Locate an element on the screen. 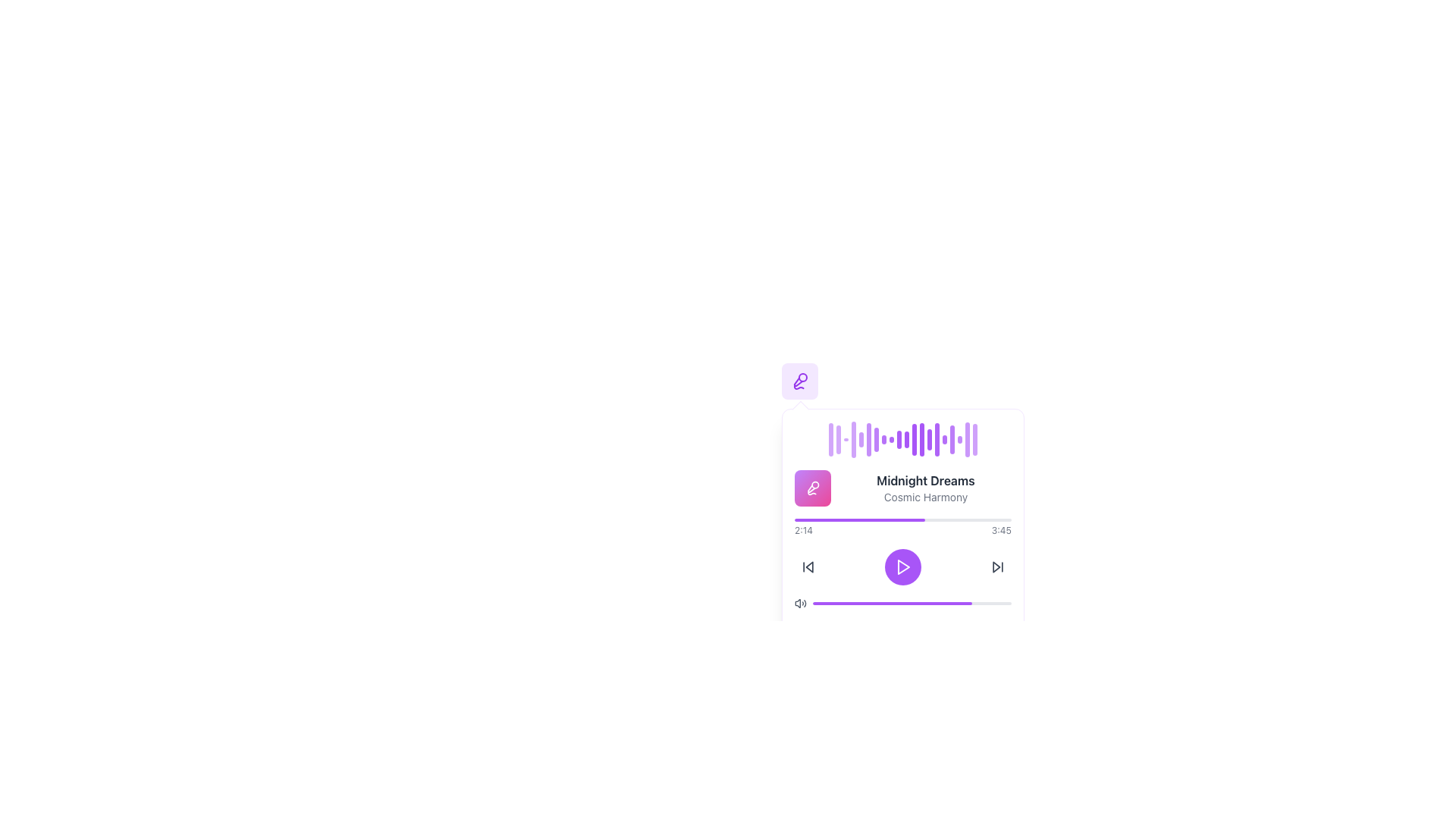 The width and height of the screenshot is (1456, 819). the skip-backward button located in the media player controls to skip to the previous track or section is located at coordinates (807, 567).